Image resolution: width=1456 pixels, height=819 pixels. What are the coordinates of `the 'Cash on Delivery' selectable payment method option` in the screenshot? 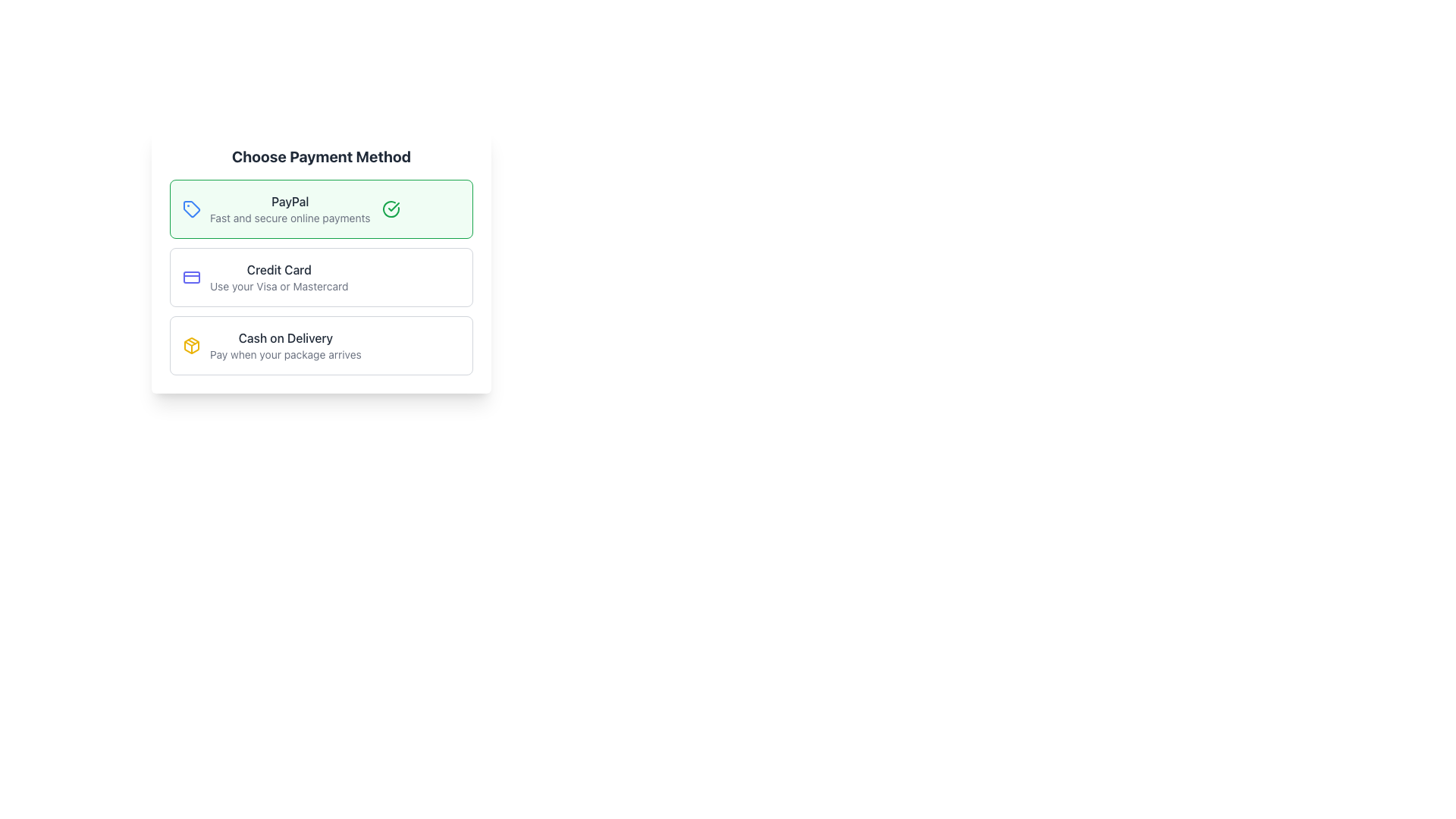 It's located at (271, 345).